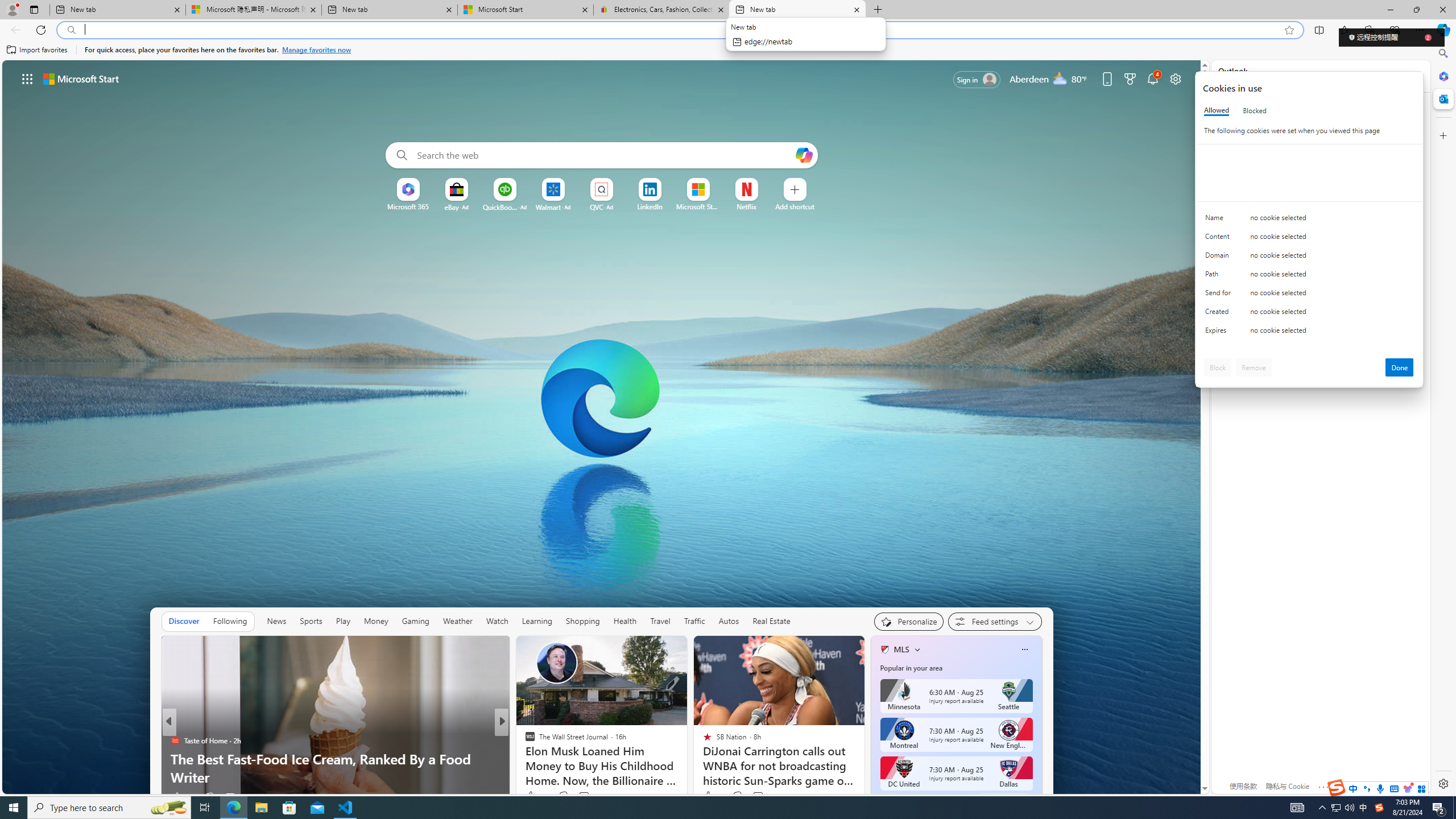 The width and height of the screenshot is (1456, 819). I want to click on 'View comments 91 Comment', so click(585, 797).